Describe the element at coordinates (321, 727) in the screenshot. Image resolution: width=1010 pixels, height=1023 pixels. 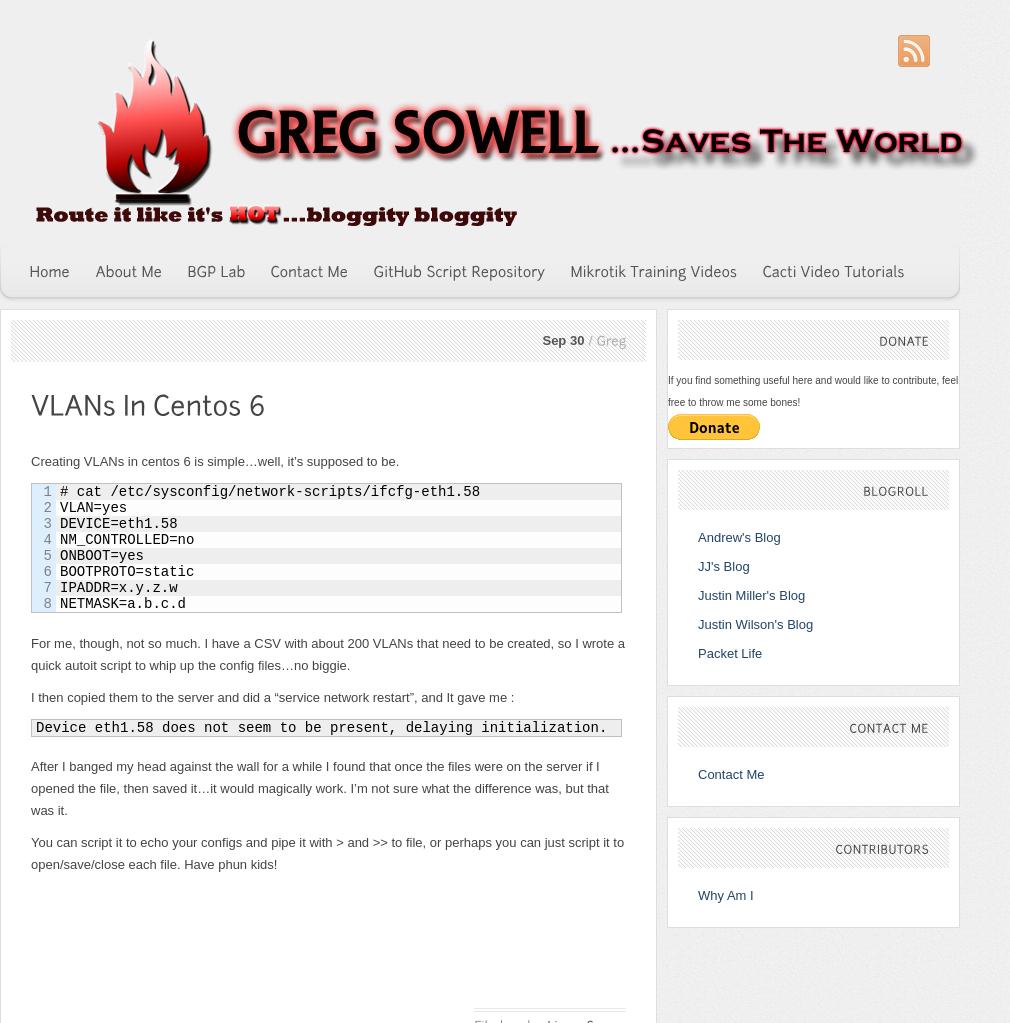
I see `'Device eth1.58 does not seem to be present, delaying initialization.'` at that location.